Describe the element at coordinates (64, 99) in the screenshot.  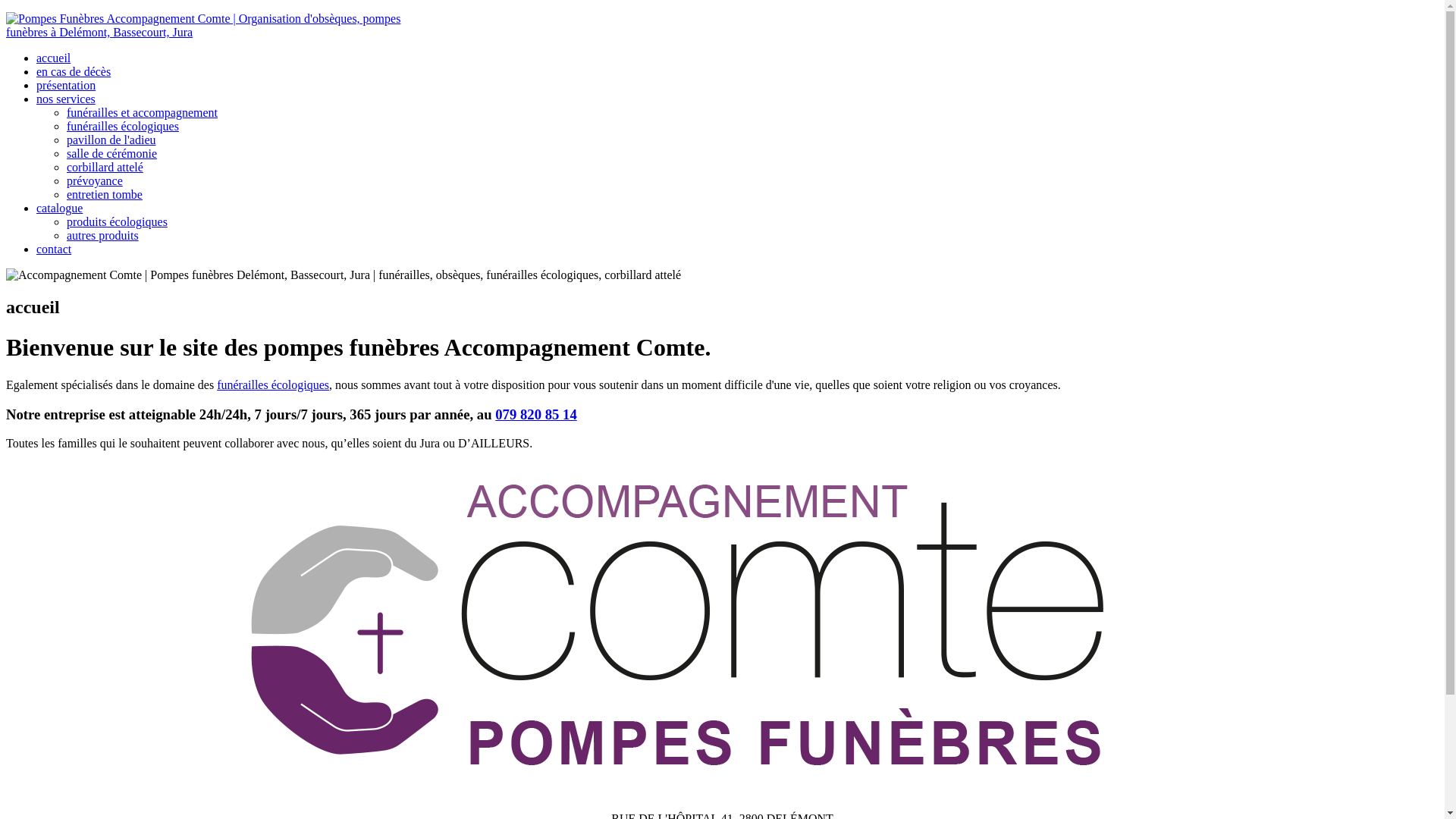
I see `'nos services'` at that location.